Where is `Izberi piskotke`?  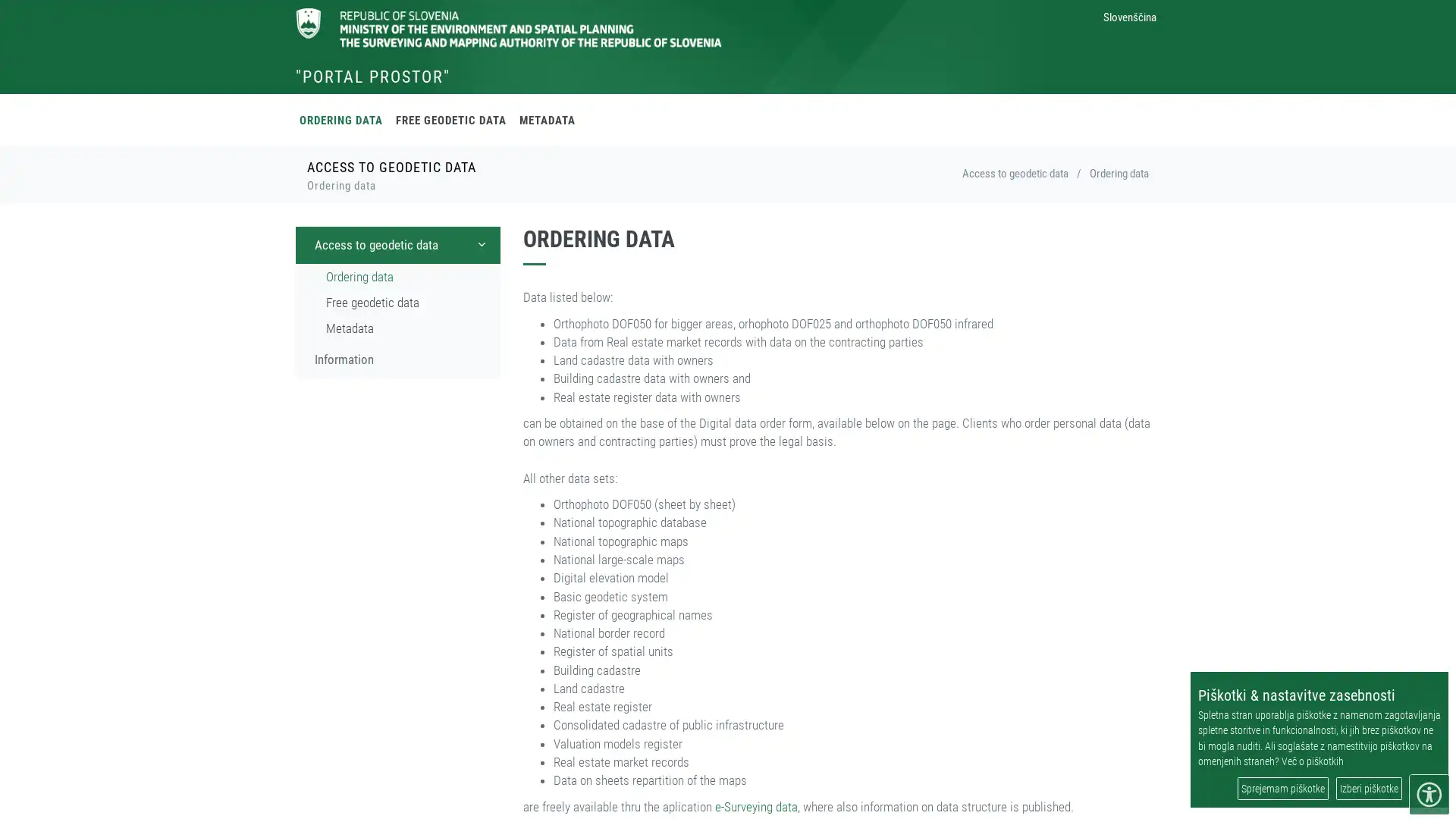 Izberi piskotke is located at coordinates (1368, 787).